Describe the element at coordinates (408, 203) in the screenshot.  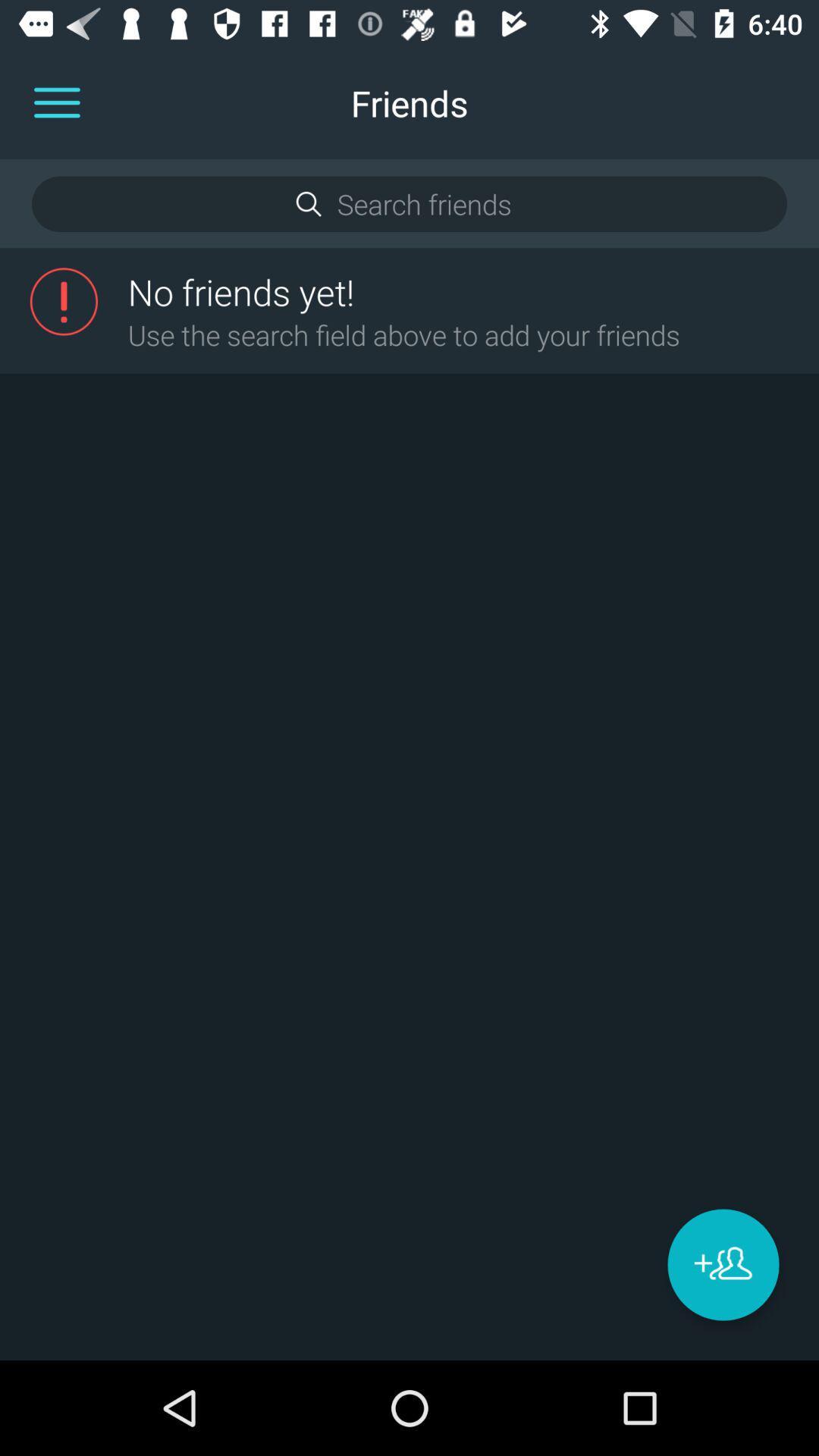
I see `search in friends list` at that location.